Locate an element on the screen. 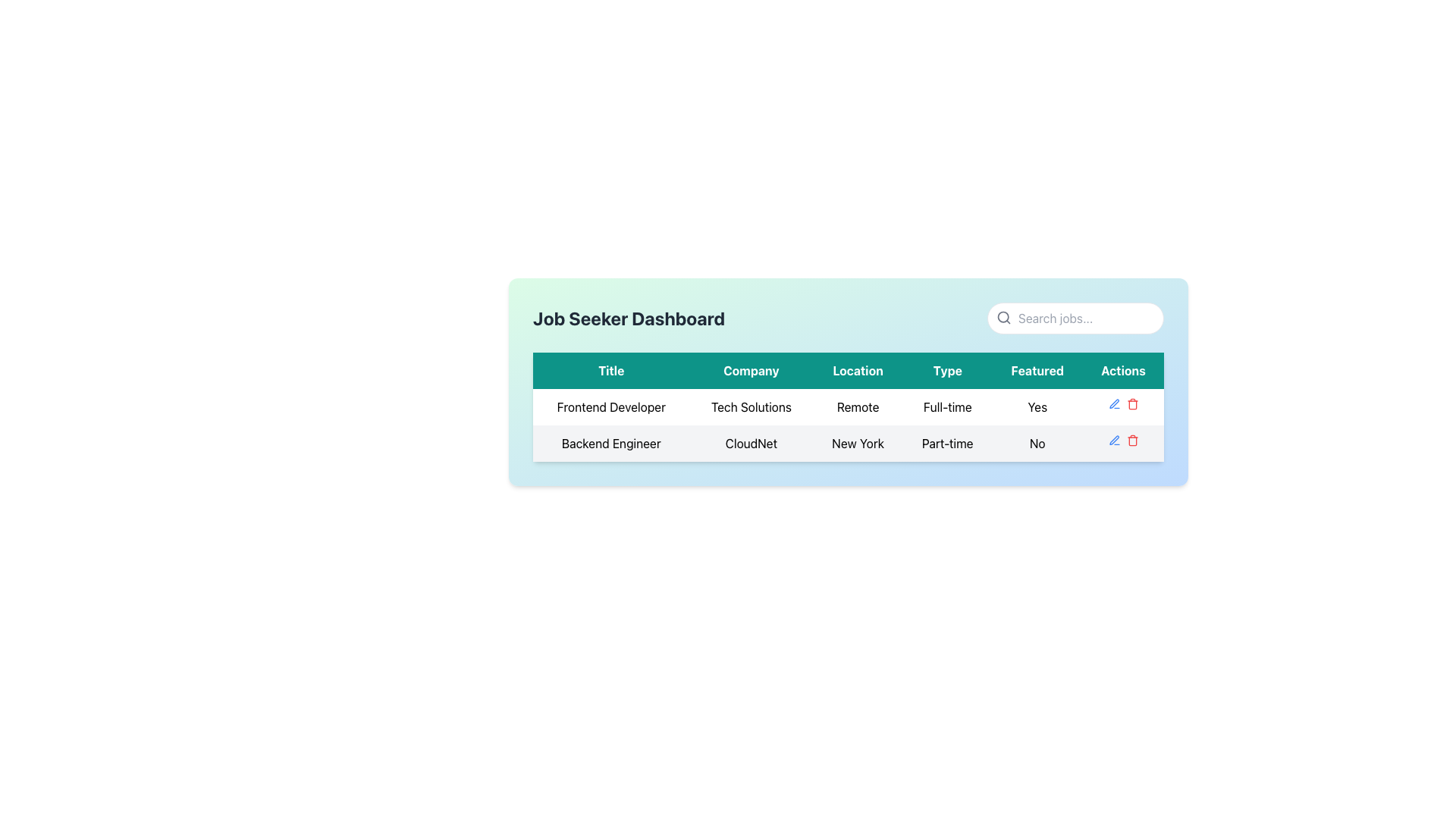 The width and height of the screenshot is (1456, 819). the 'Featured' text label in the fifth column header of the table, which is centrally aligned in a green background and positioned between the 'Type' and 'Actions' columns is located at coordinates (1037, 371).